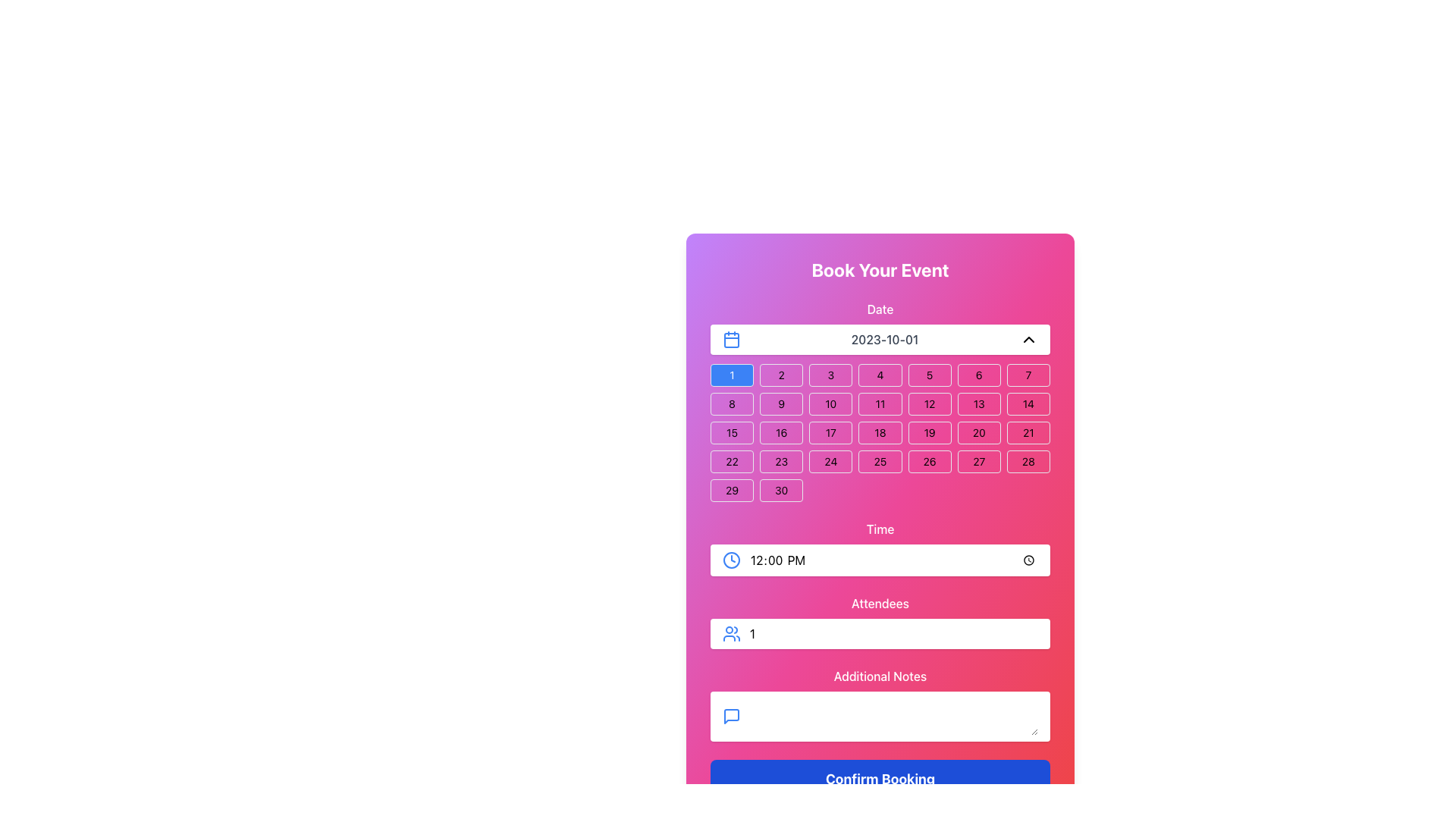 This screenshot has height=819, width=1456. Describe the element at coordinates (732, 491) in the screenshot. I see `the rectangular button with rounded corners that has a pink background and displays the number '29' in bold black text, located in the last row of the calendar grid` at that location.